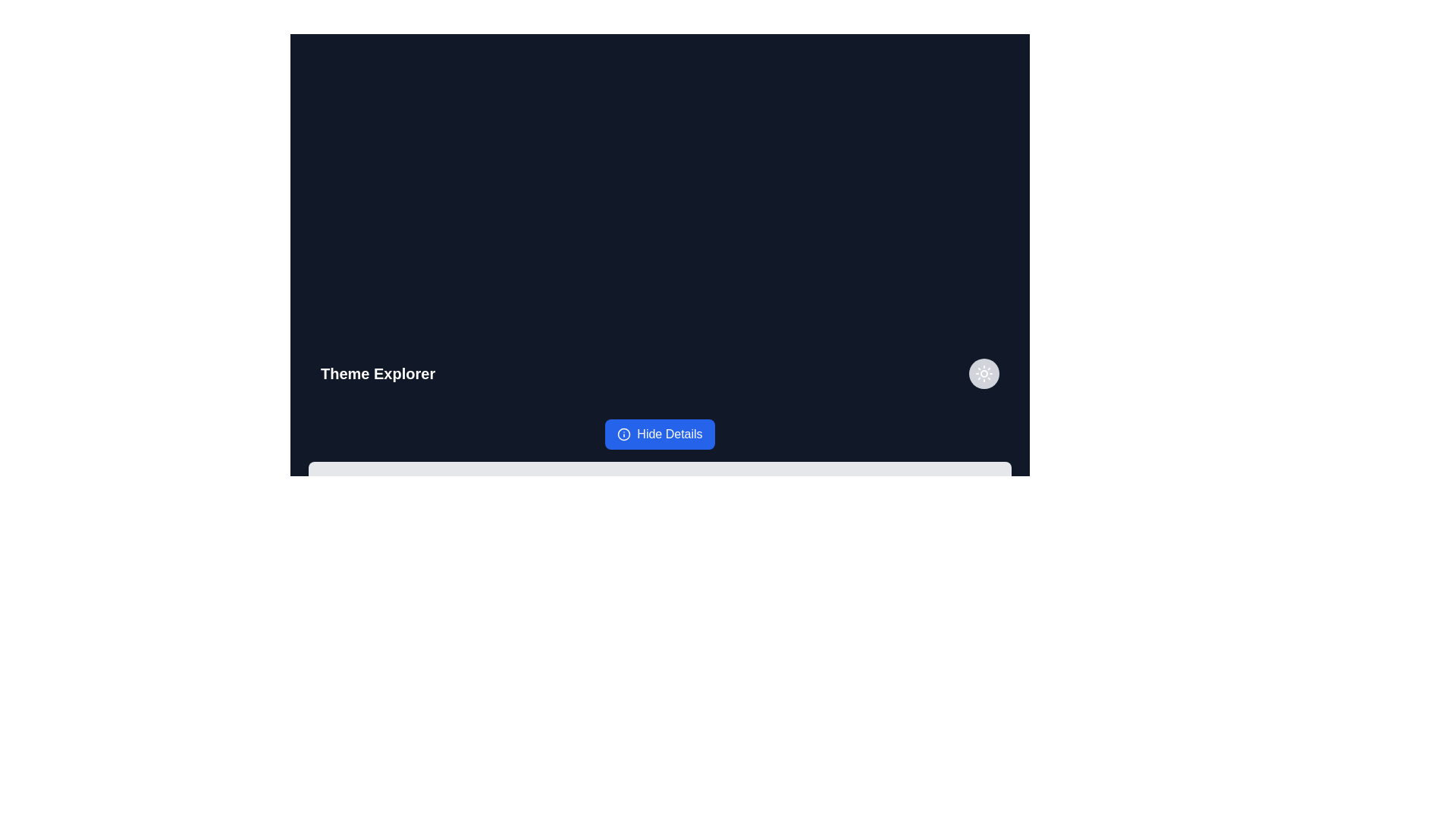 The height and width of the screenshot is (819, 1456). I want to click on the innermost circle of the SVG graphic that is part of an information sign icon, located slightly above the 'Hide Details' button, so click(624, 435).